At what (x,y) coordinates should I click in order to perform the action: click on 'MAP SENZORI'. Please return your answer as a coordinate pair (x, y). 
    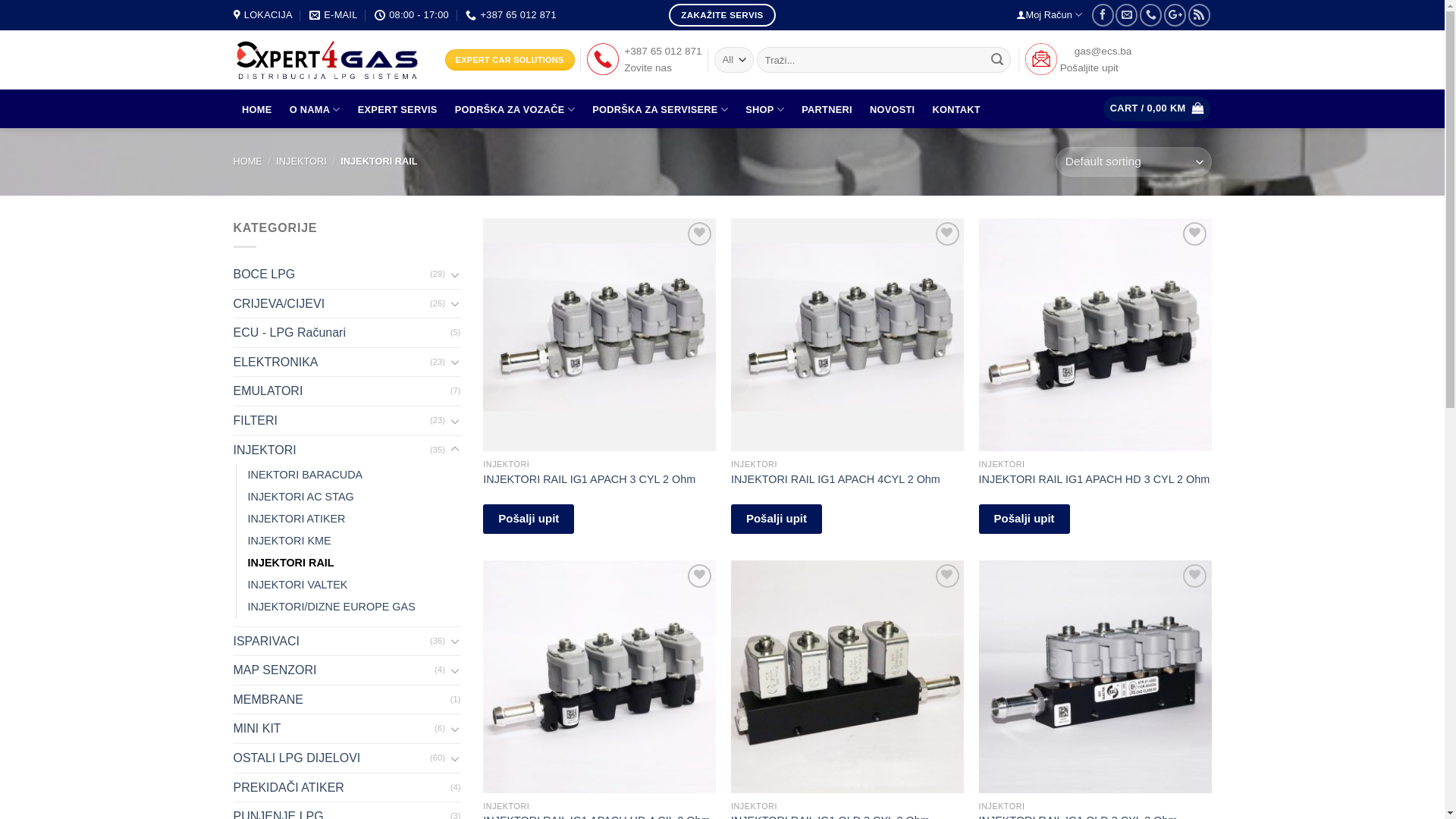
    Looking at the image, I should click on (334, 669).